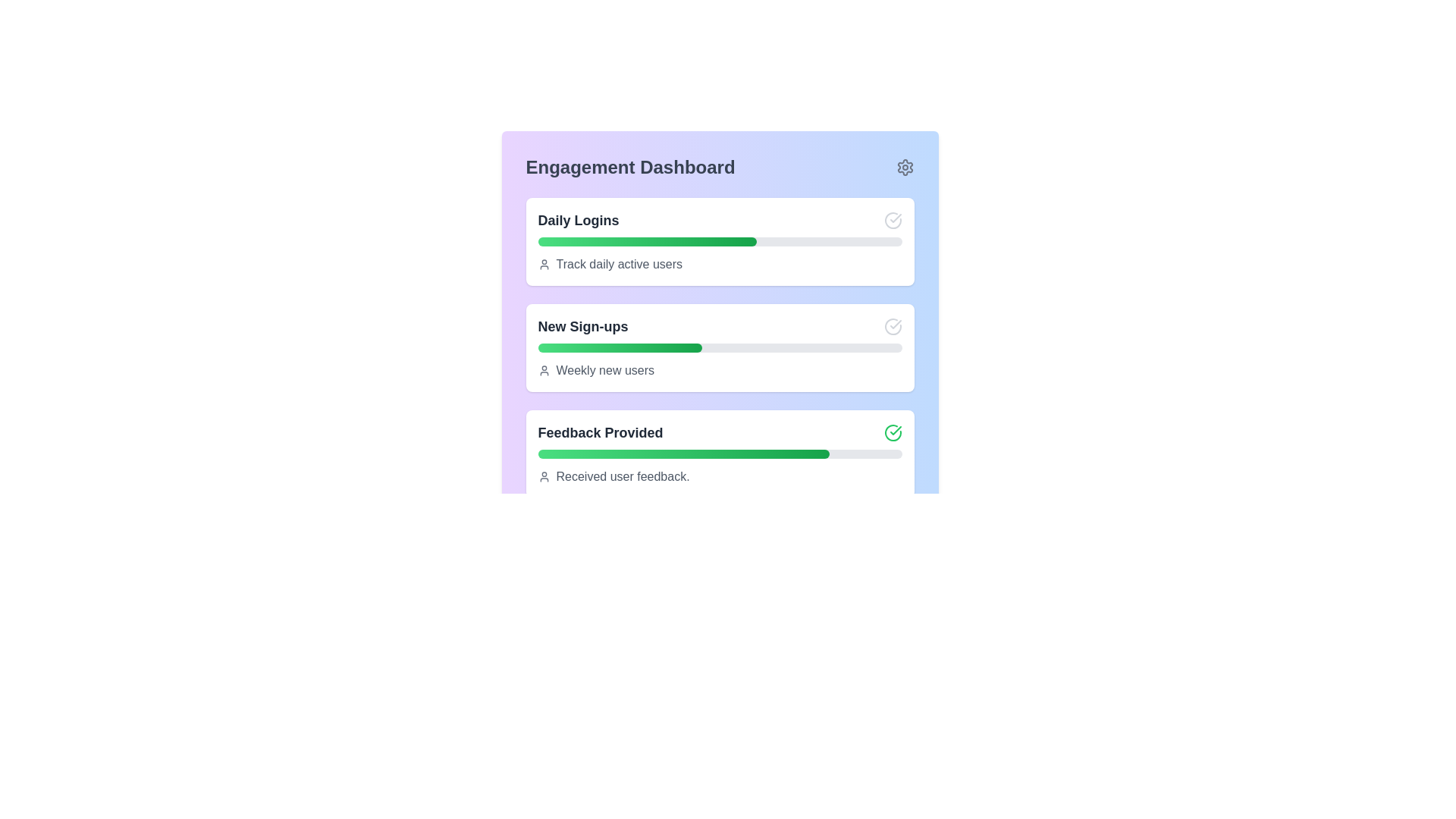 The width and height of the screenshot is (1456, 819). Describe the element at coordinates (895, 324) in the screenshot. I see `the checkmark icon enclosed within a circle in the 'Daily Logins' section of the Engagement Dashboard` at that location.